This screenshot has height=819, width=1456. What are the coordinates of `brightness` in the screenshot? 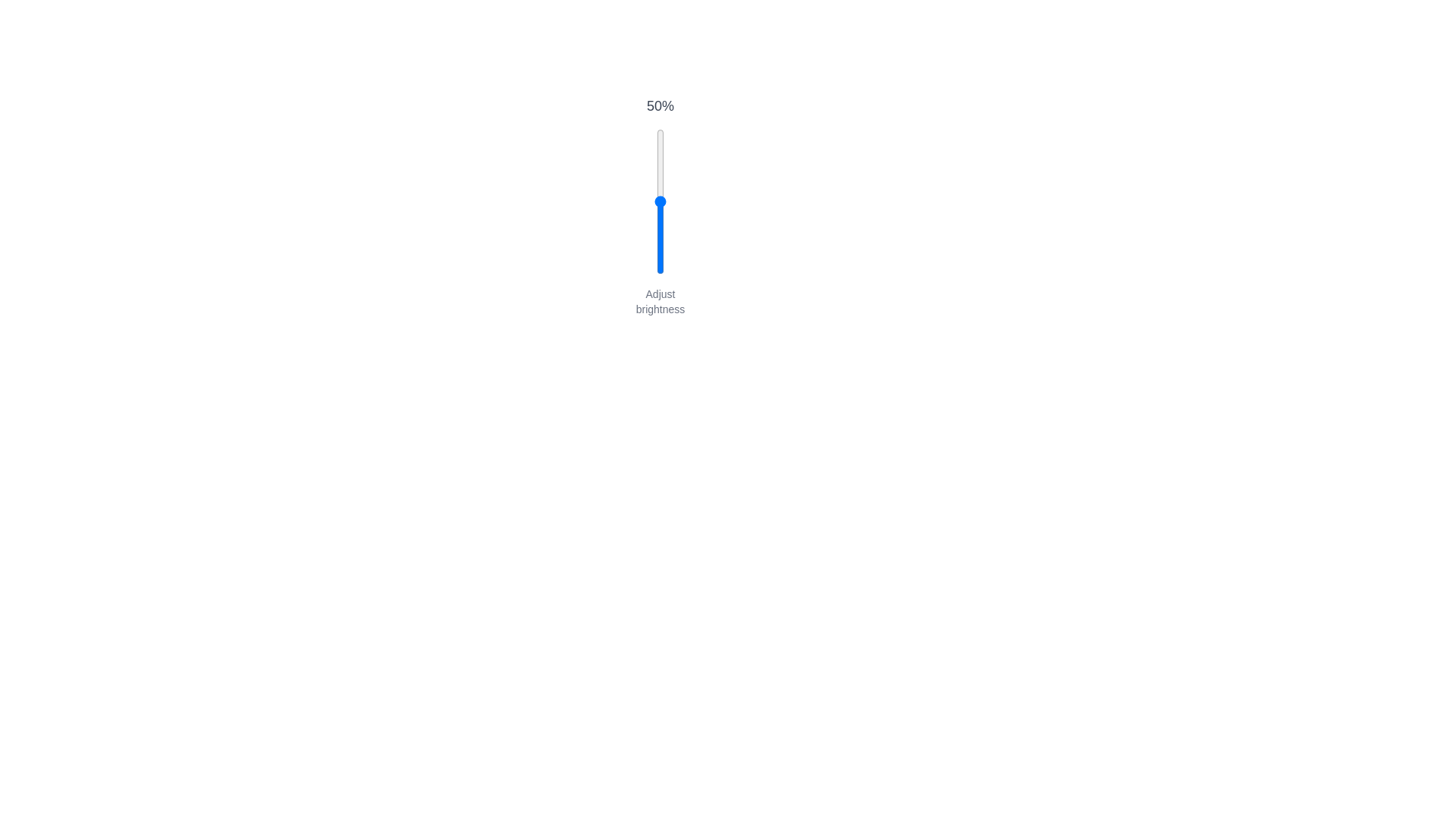 It's located at (660, 259).